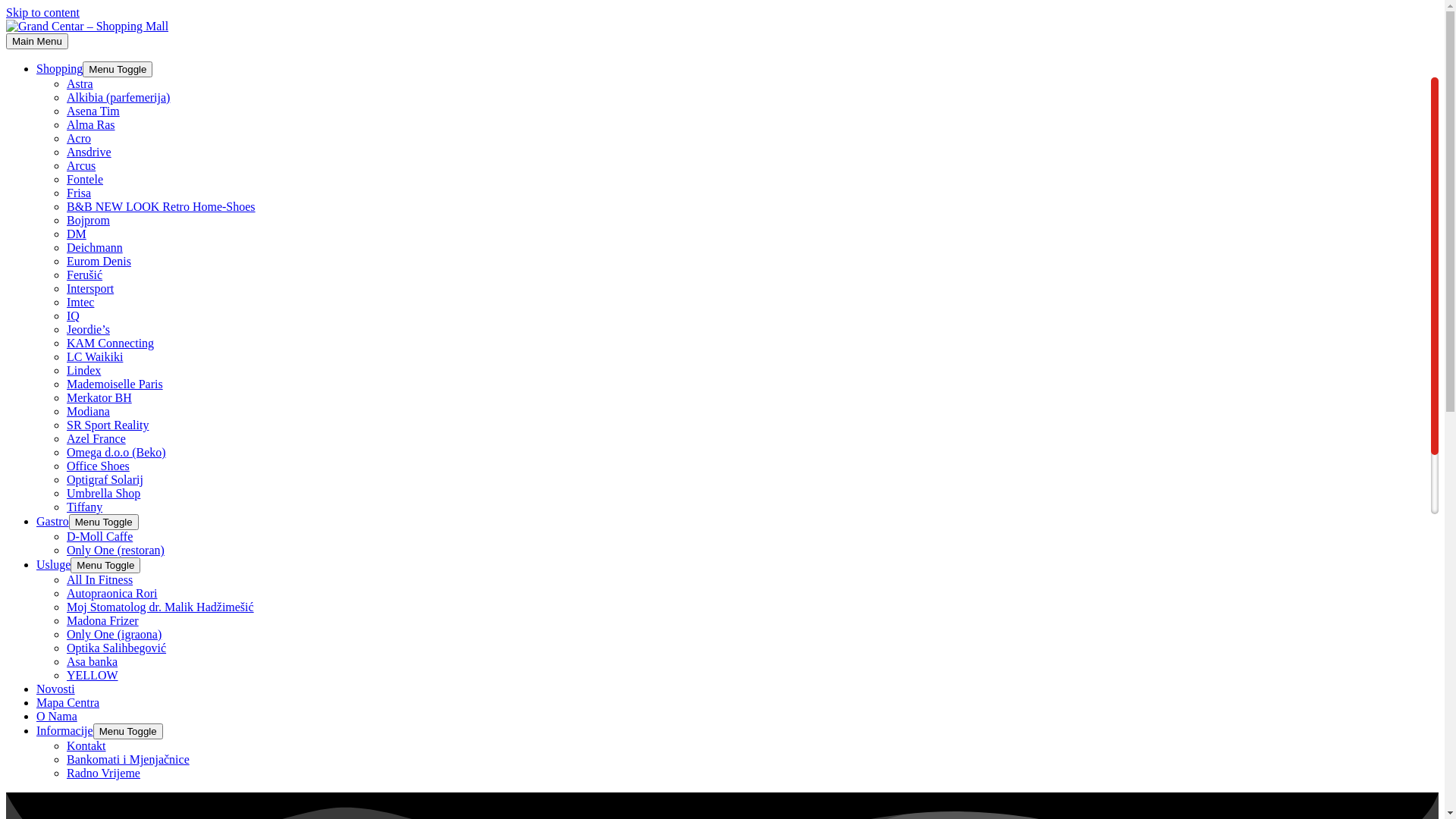  What do you see at coordinates (65, 674) in the screenshot?
I see `'YELLOW'` at bounding box center [65, 674].